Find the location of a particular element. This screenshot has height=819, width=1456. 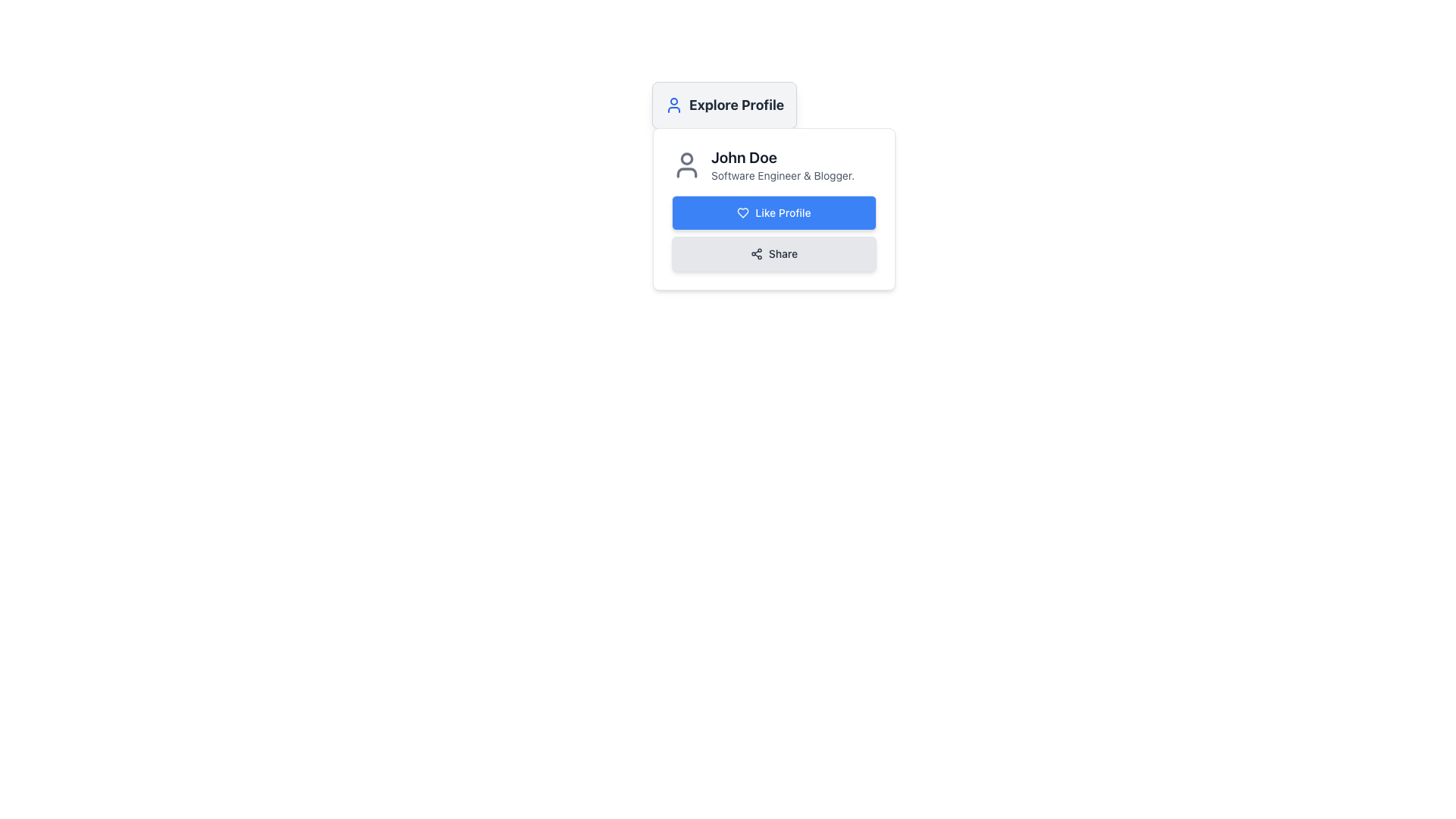

the user silhouette icon, which is gray and features a circular head with a curved line for shoulders, located in the top left corner of a card layout adjacent to the text 'John Doe Software Engineer & Blogger.' is located at coordinates (686, 165).